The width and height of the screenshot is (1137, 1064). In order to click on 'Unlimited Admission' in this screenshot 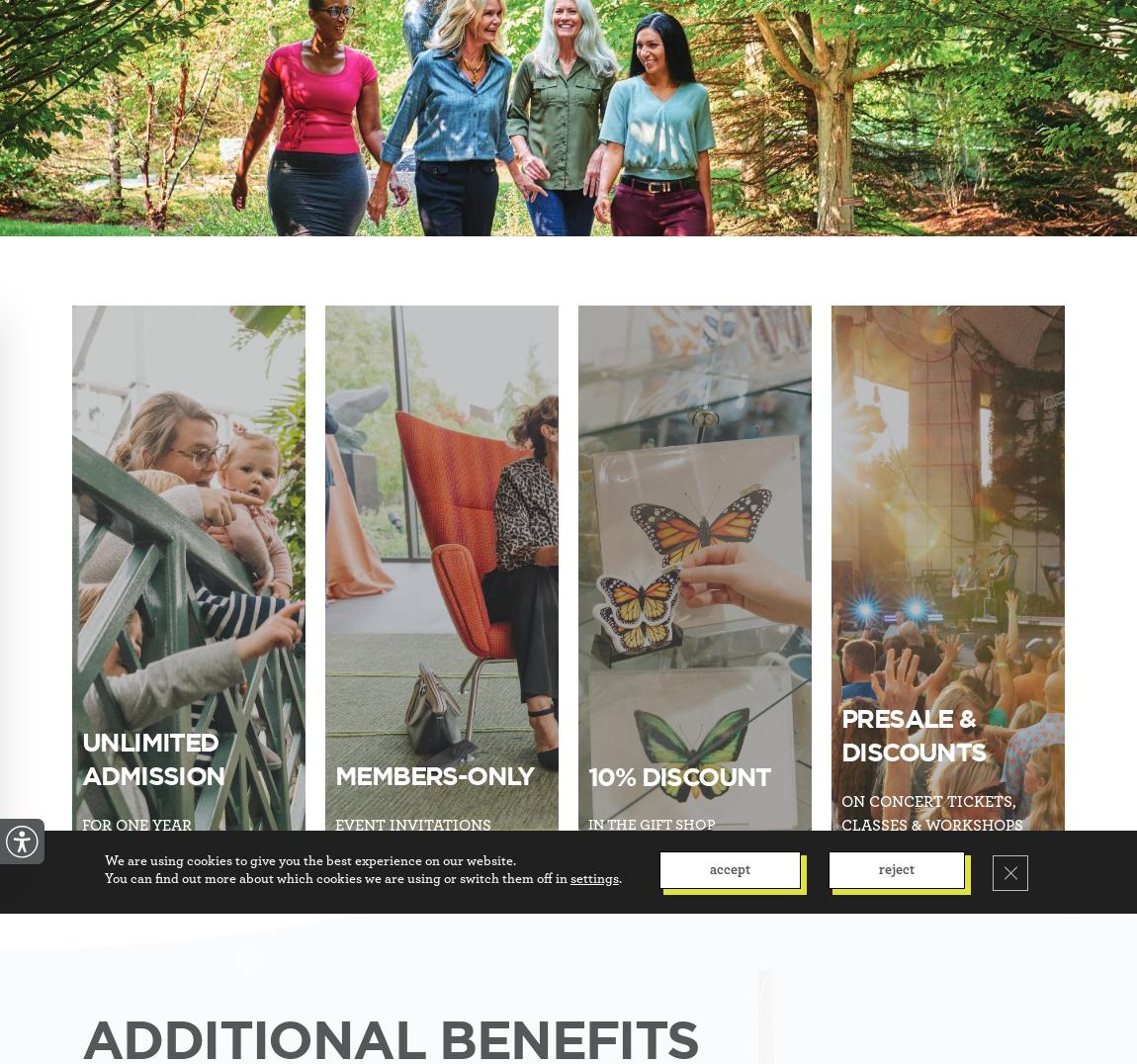, I will do `click(81, 758)`.